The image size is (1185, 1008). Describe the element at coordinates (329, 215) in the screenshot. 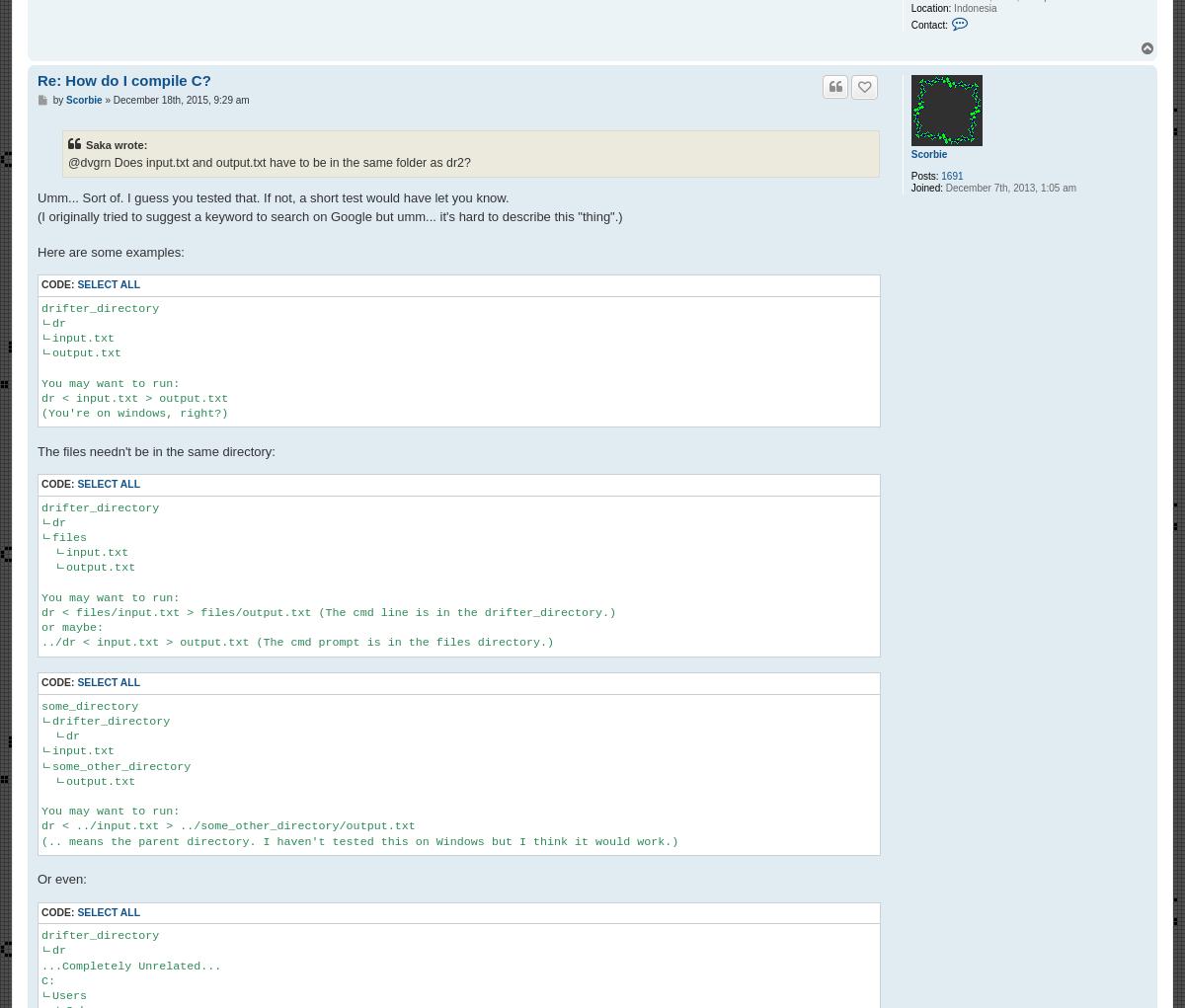

I see `'(I originally tried to suggest a keyword to search on Google but umm... it's hard to describe this "thing".)'` at that location.